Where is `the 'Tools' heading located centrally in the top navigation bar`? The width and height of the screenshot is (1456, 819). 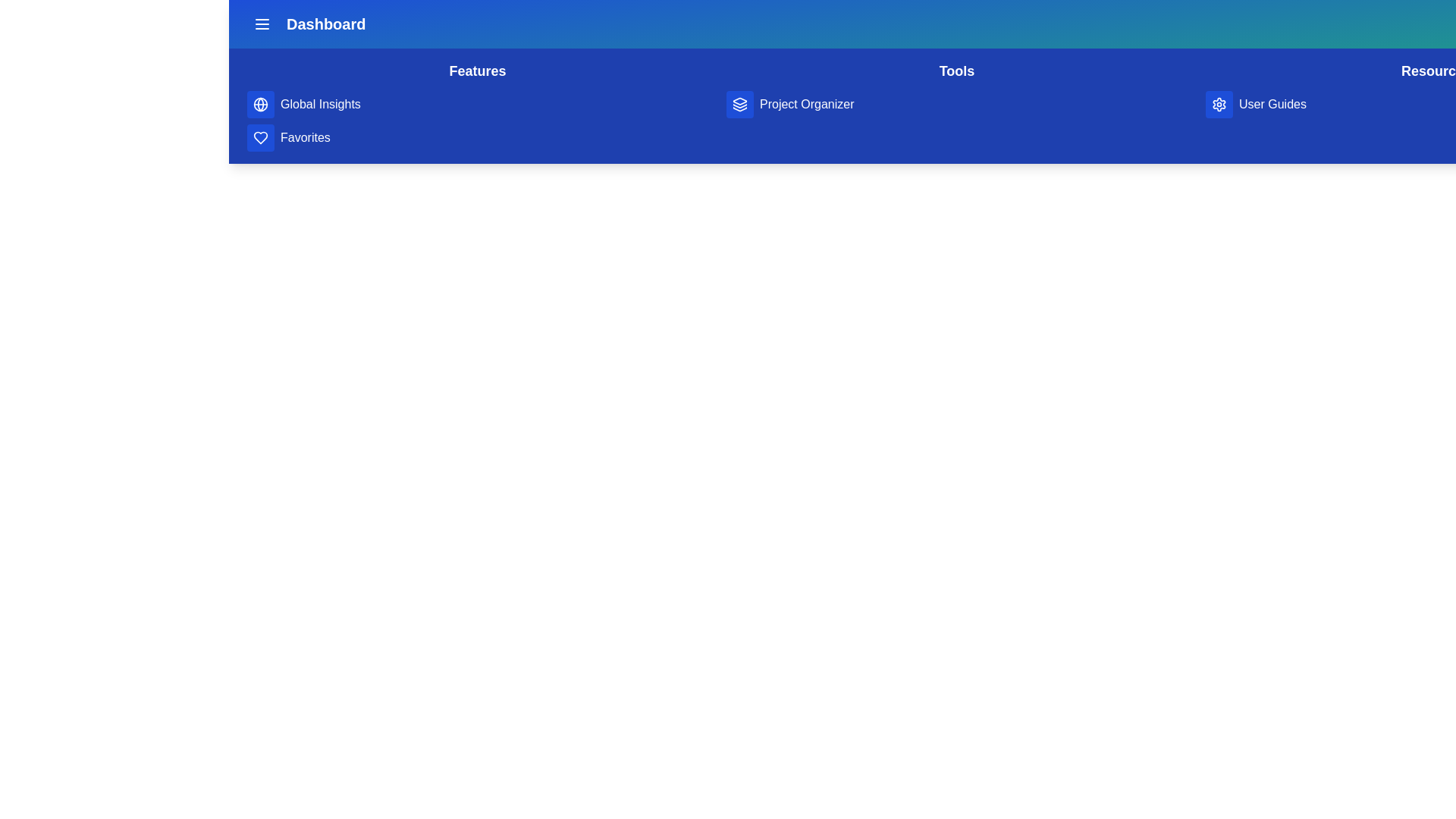
the 'Tools' heading located centrally in the top navigation bar is located at coordinates (956, 71).